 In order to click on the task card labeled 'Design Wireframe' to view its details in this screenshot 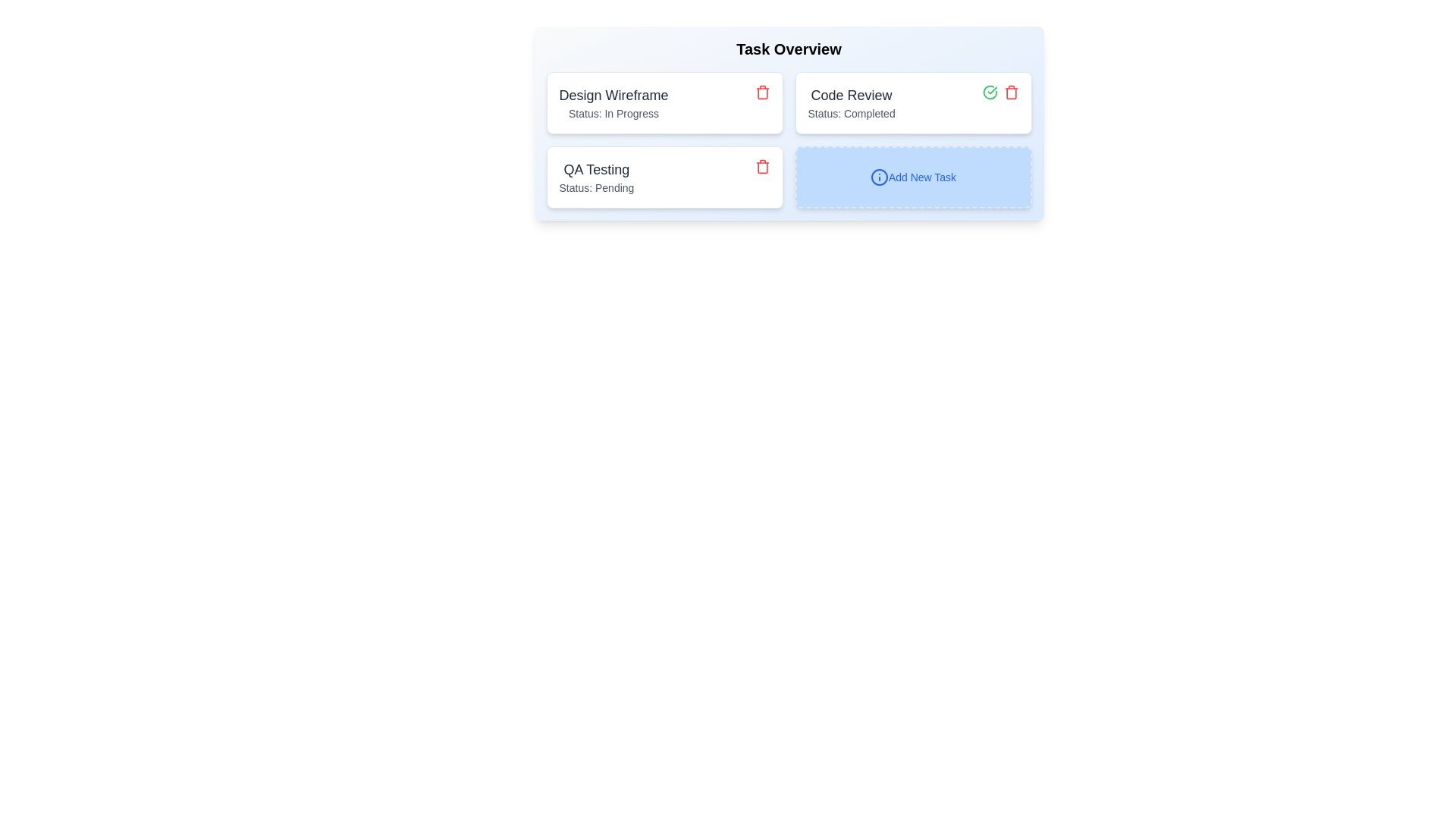, I will do `click(613, 102)`.